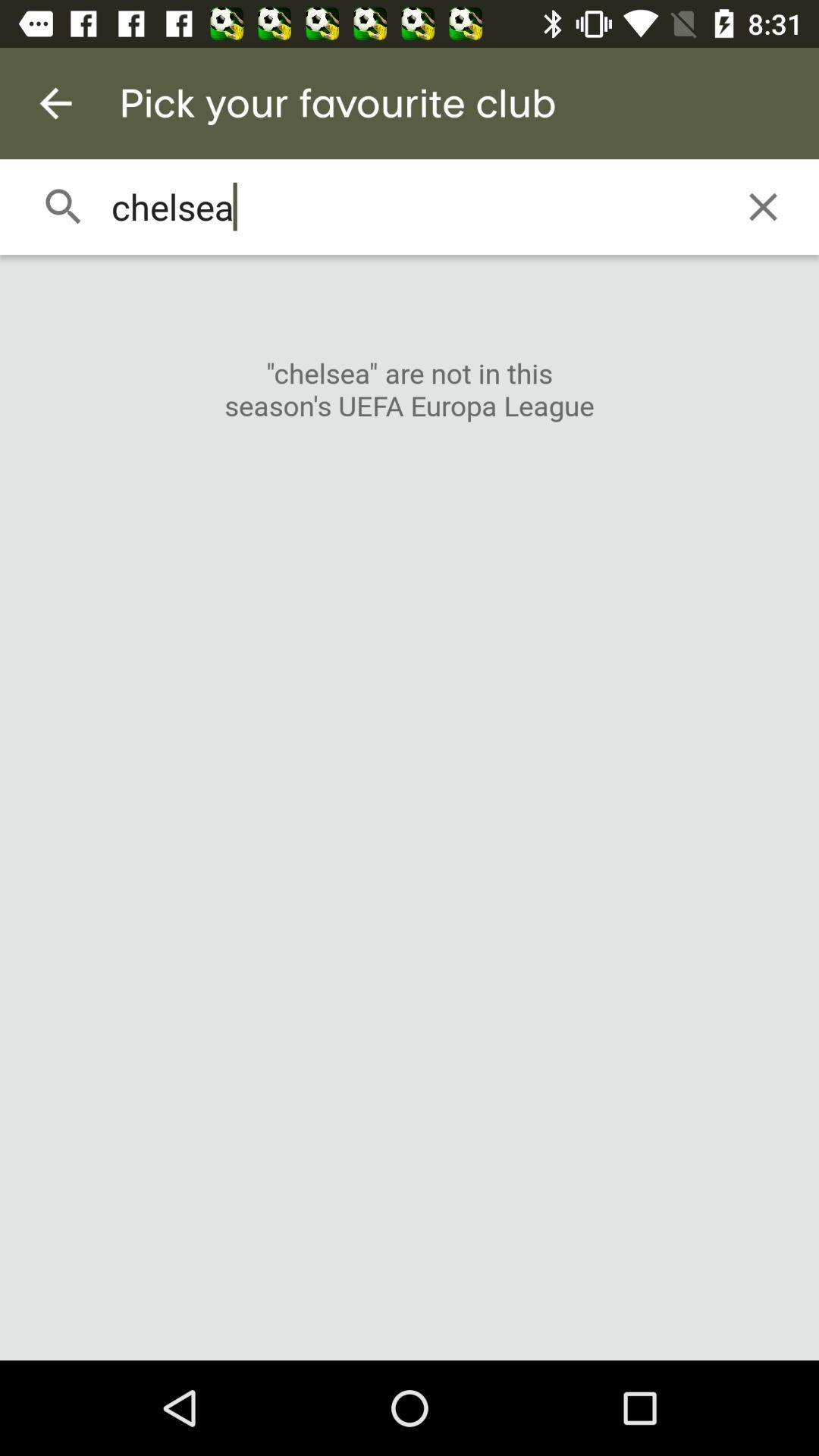  Describe the element at coordinates (763, 206) in the screenshot. I see `the item next to chelsea` at that location.